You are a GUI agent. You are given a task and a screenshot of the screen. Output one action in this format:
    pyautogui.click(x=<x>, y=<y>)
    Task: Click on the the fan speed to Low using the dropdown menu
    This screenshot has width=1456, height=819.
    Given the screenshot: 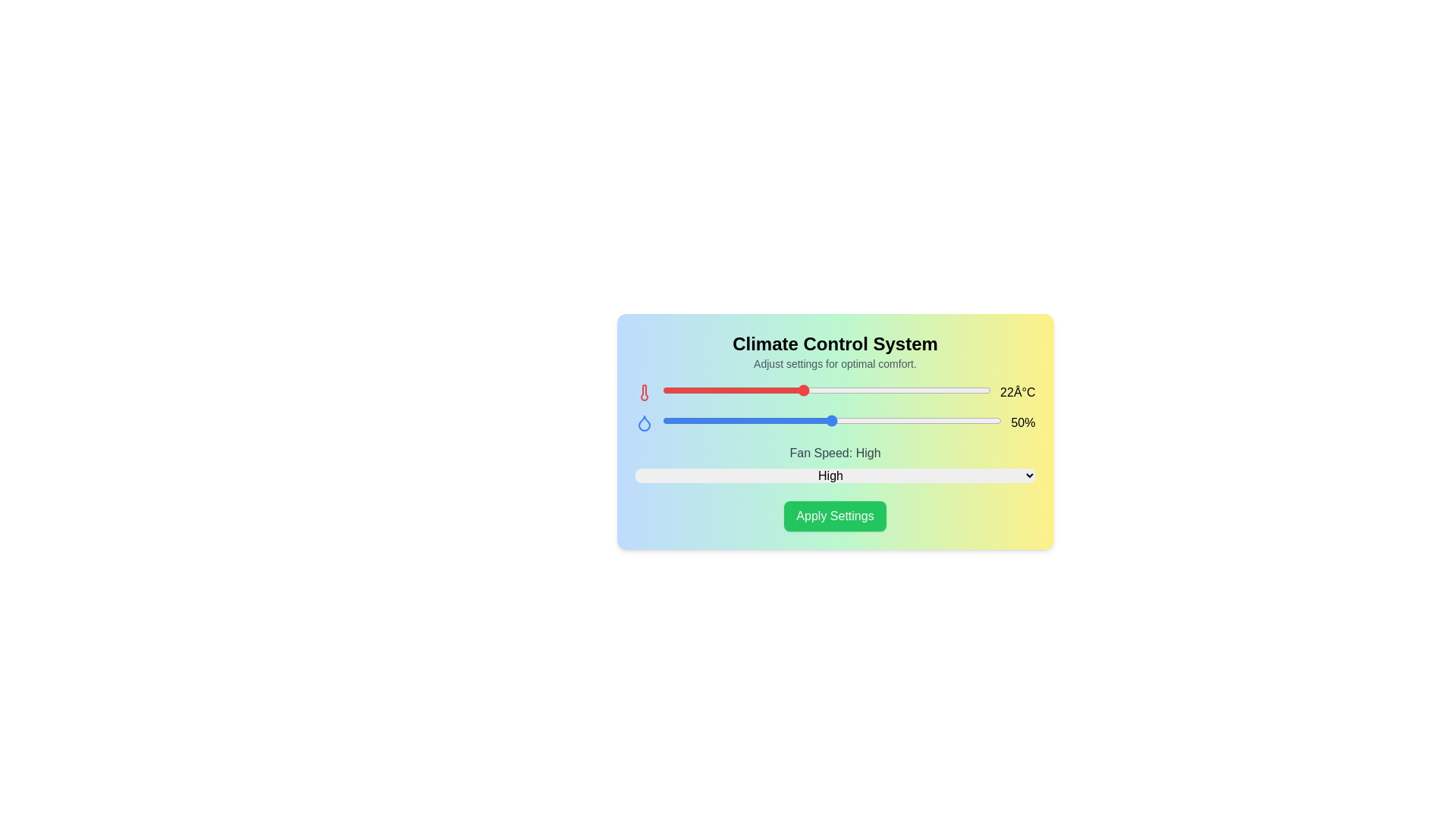 What is the action you would take?
    pyautogui.click(x=834, y=475)
    